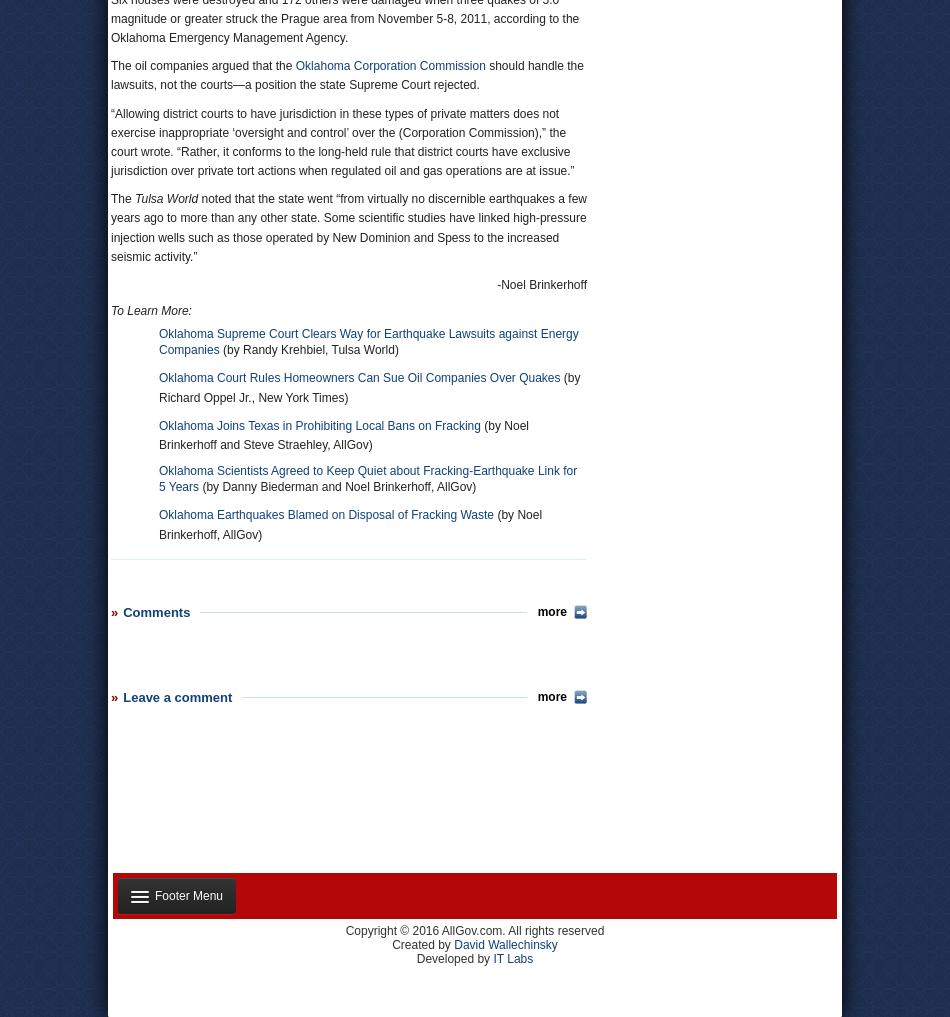 The image size is (950, 1017). I want to click on '“Allowing district courts to have jurisdiction in these types of private matters does not exercise inappropriate ‘oversight and control’ over the (Corporation Commission),” the court wrote. “Rather, it conforms to the long-held rule that district courts have exclusive jurisdiction over private tort actions when regulated oil and gas operations are at issue.”', so click(341, 140).